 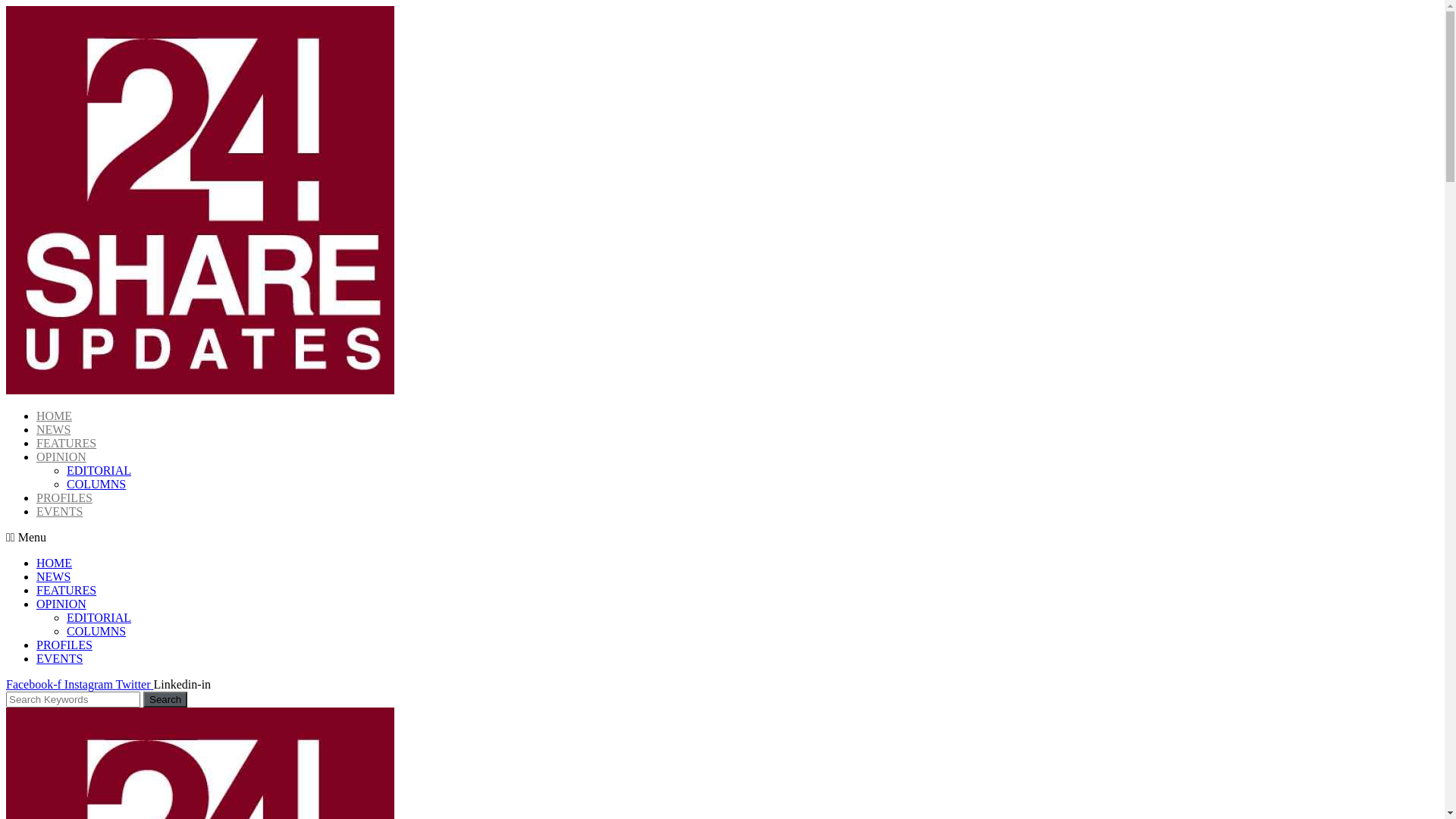 I want to click on 'COLUMNS', so click(x=65, y=631).